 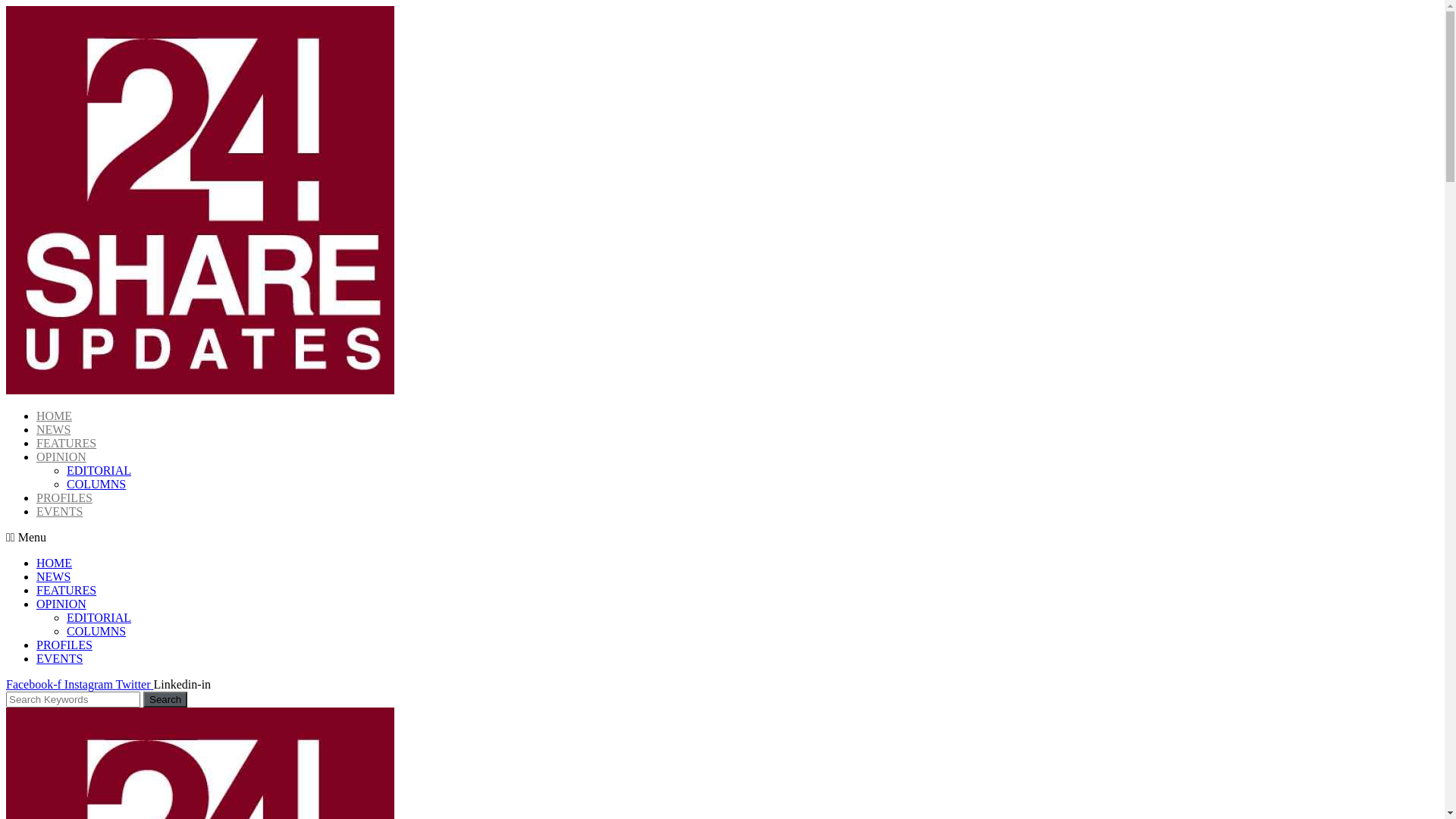 I want to click on 'COLUMNS', so click(x=65, y=631).